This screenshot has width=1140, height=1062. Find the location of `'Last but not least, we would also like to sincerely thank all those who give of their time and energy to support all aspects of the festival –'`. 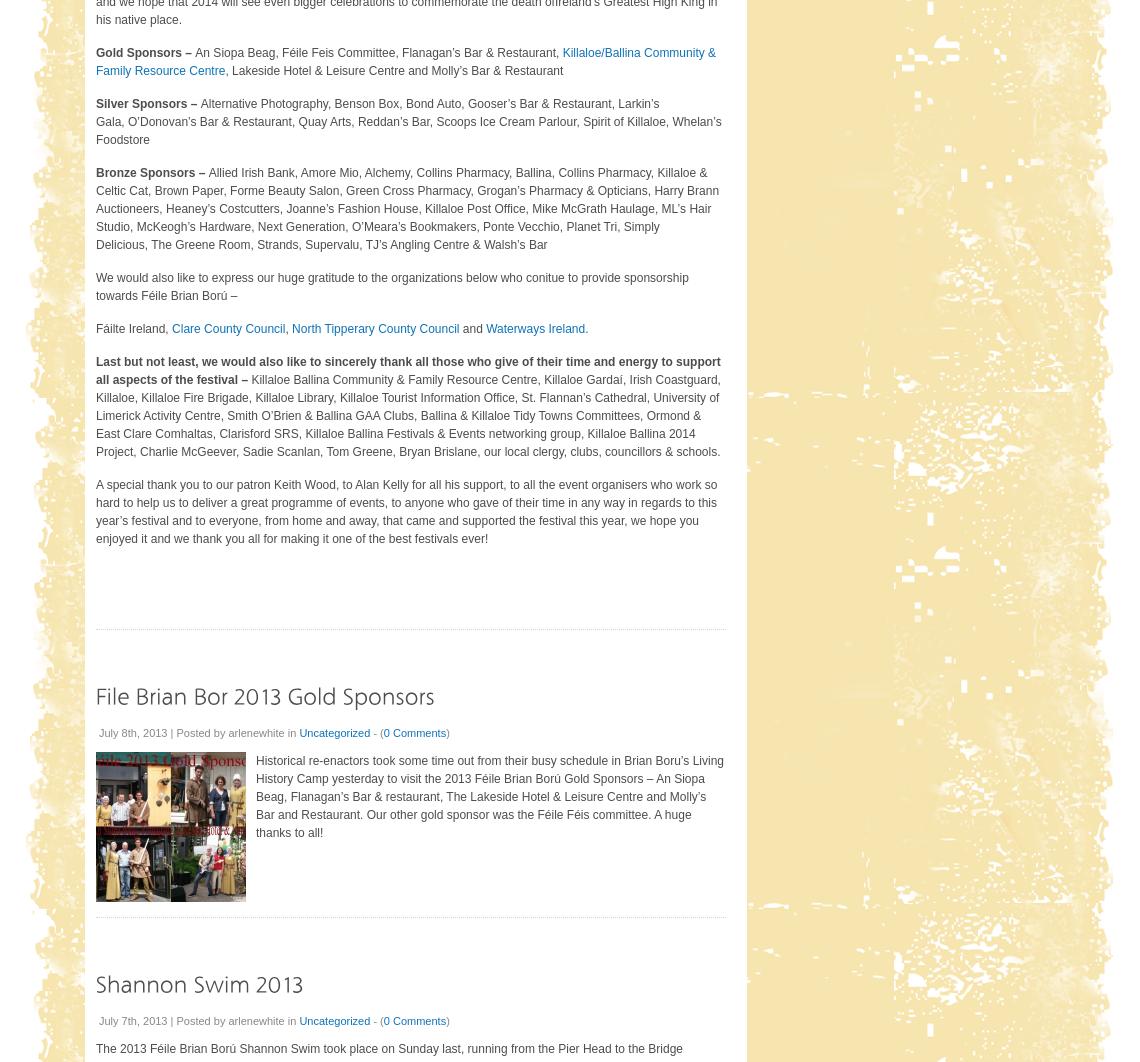

'Last but not least, we would also like to sincerely thank all those who give of their time and energy to support all aspects of the festival –' is located at coordinates (407, 369).